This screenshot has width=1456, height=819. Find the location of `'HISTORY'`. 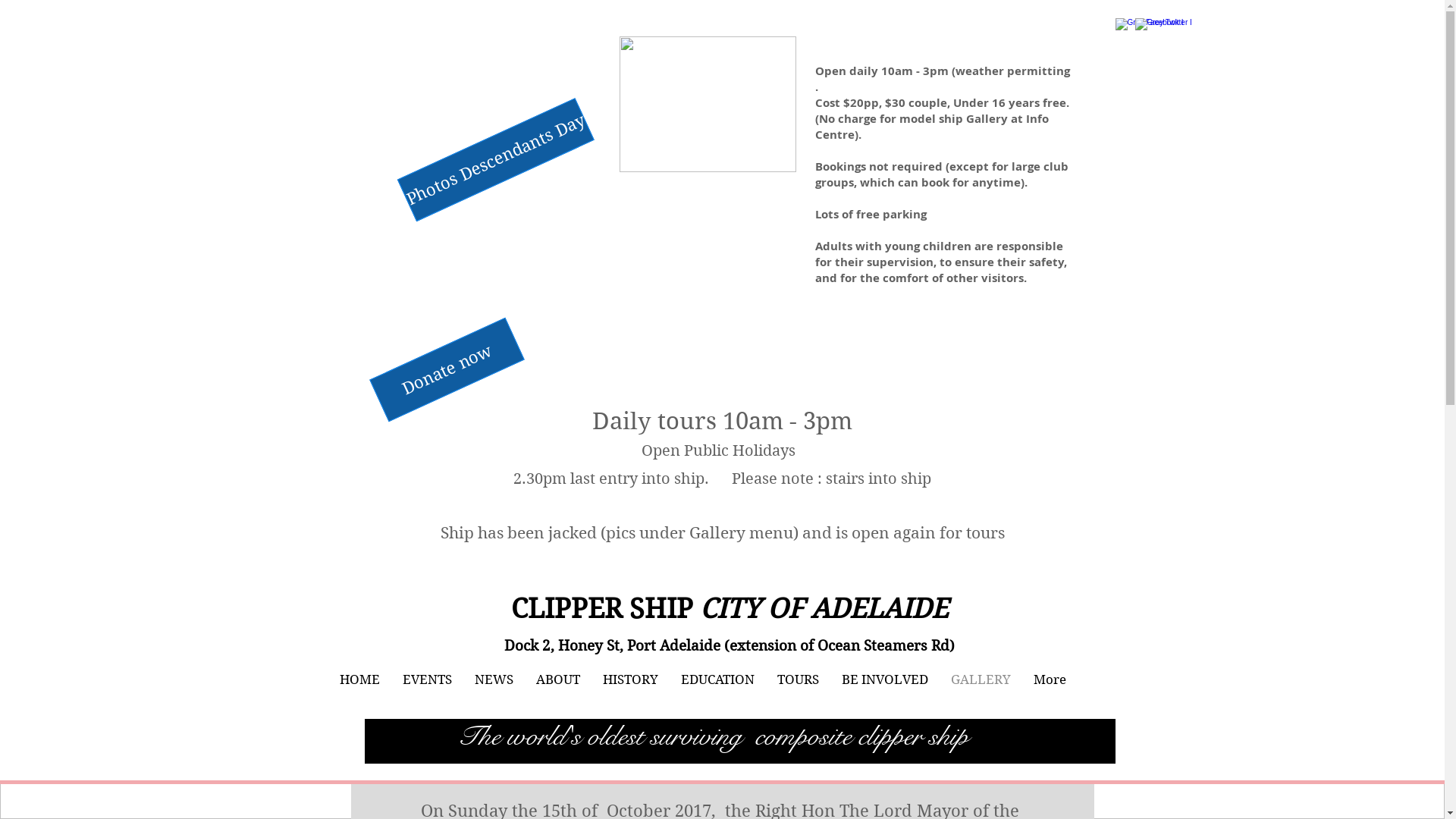

'HISTORY' is located at coordinates (630, 679).